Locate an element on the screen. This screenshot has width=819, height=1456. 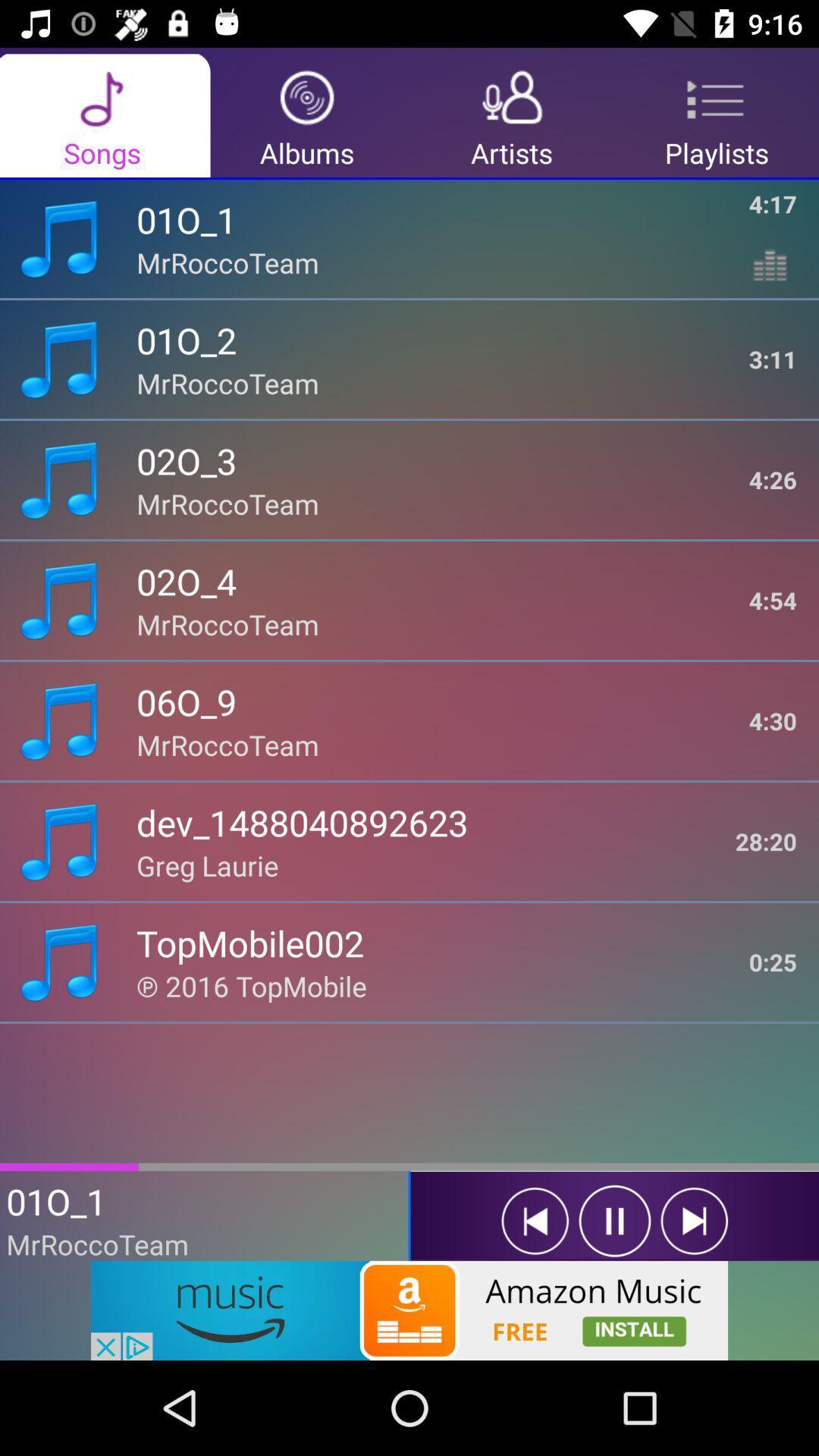
pause is located at coordinates (614, 1221).